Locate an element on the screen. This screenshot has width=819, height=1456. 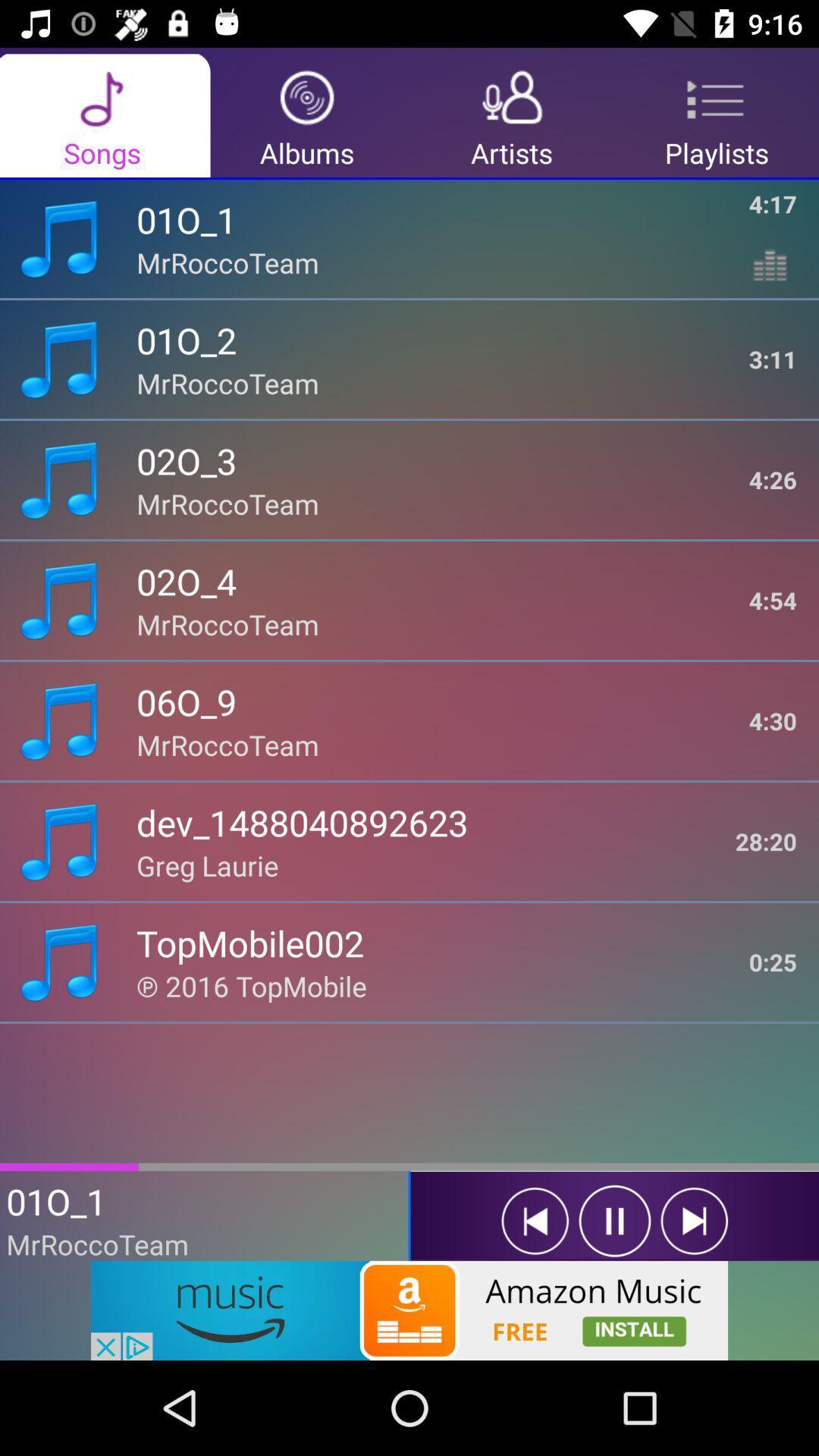
pause is located at coordinates (614, 1221).